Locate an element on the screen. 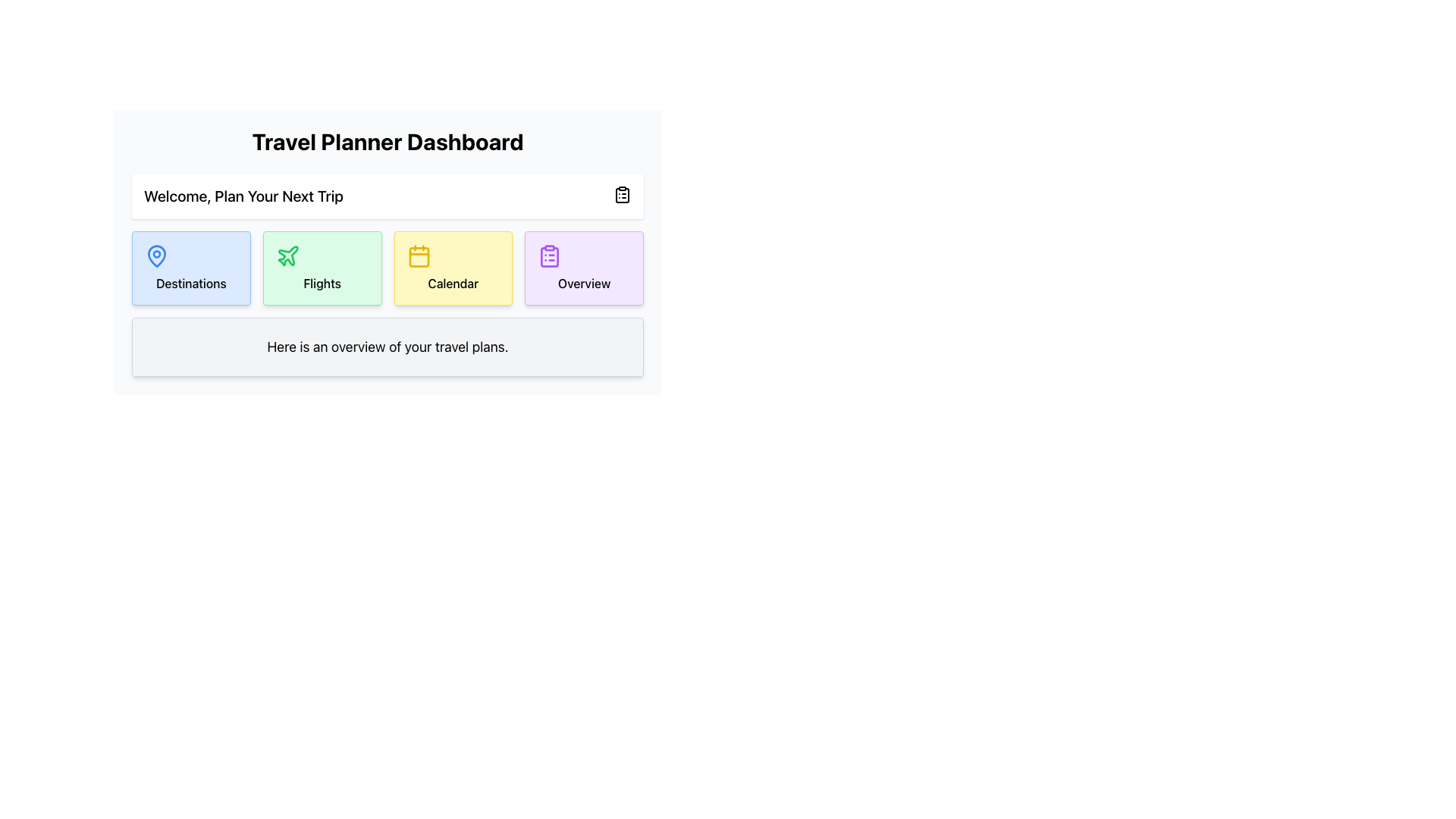  the visual representation of the Flights section icon, which is centered under the text 'Flights' in the main user interface is located at coordinates (287, 255).